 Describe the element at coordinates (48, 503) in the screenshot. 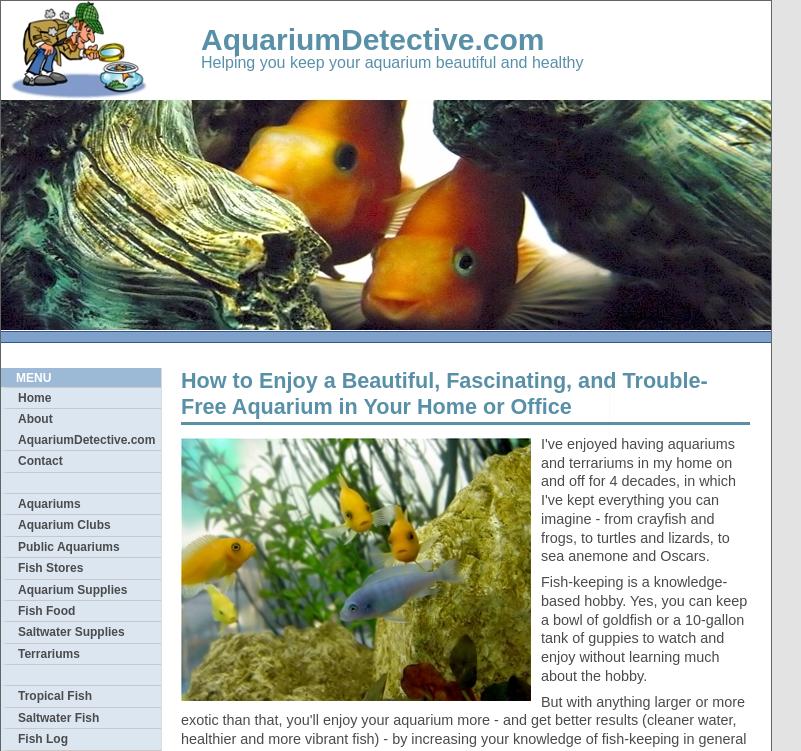

I see `'Aquariums'` at that location.